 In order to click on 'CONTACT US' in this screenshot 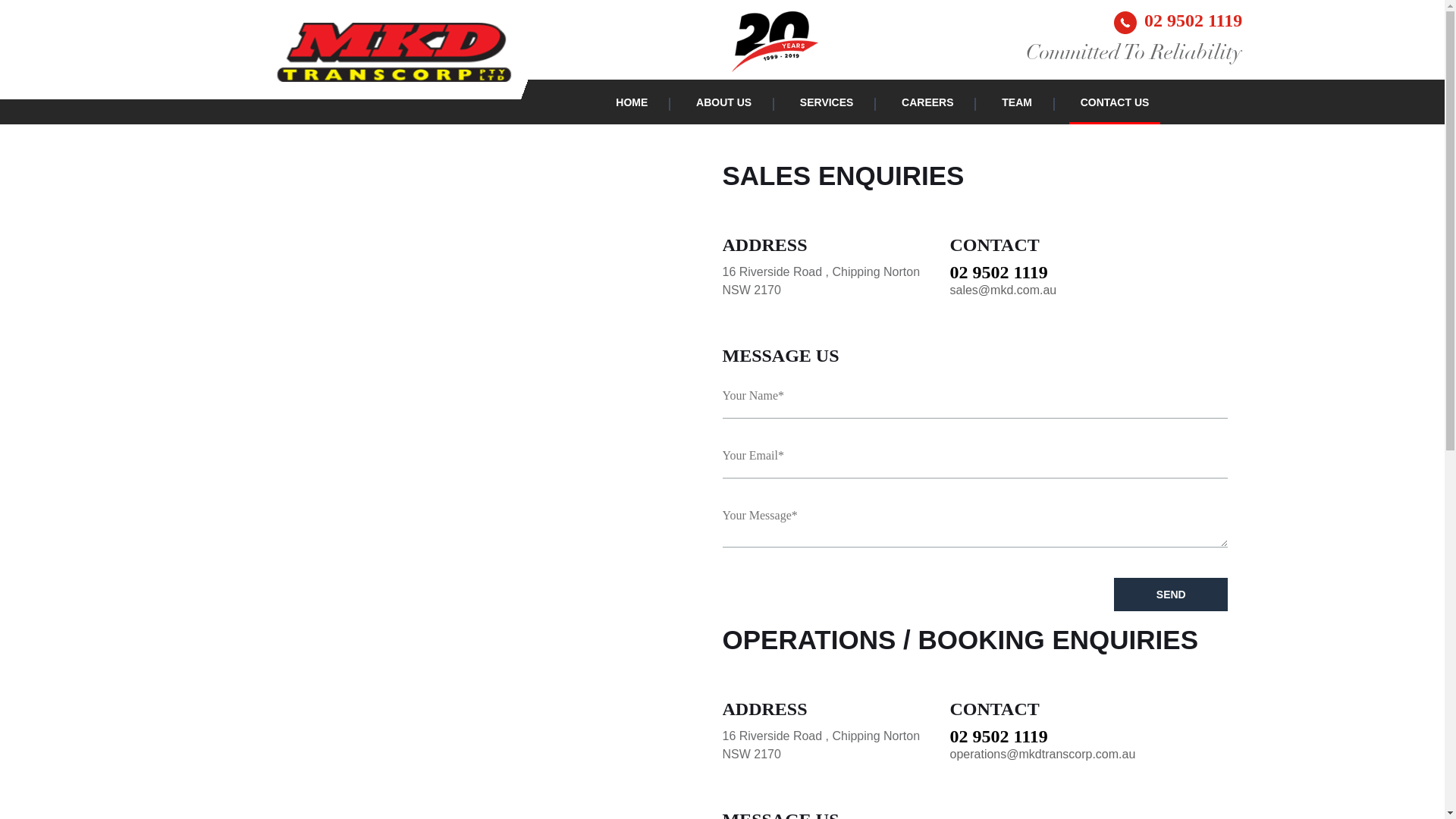, I will do `click(1080, 102)`.